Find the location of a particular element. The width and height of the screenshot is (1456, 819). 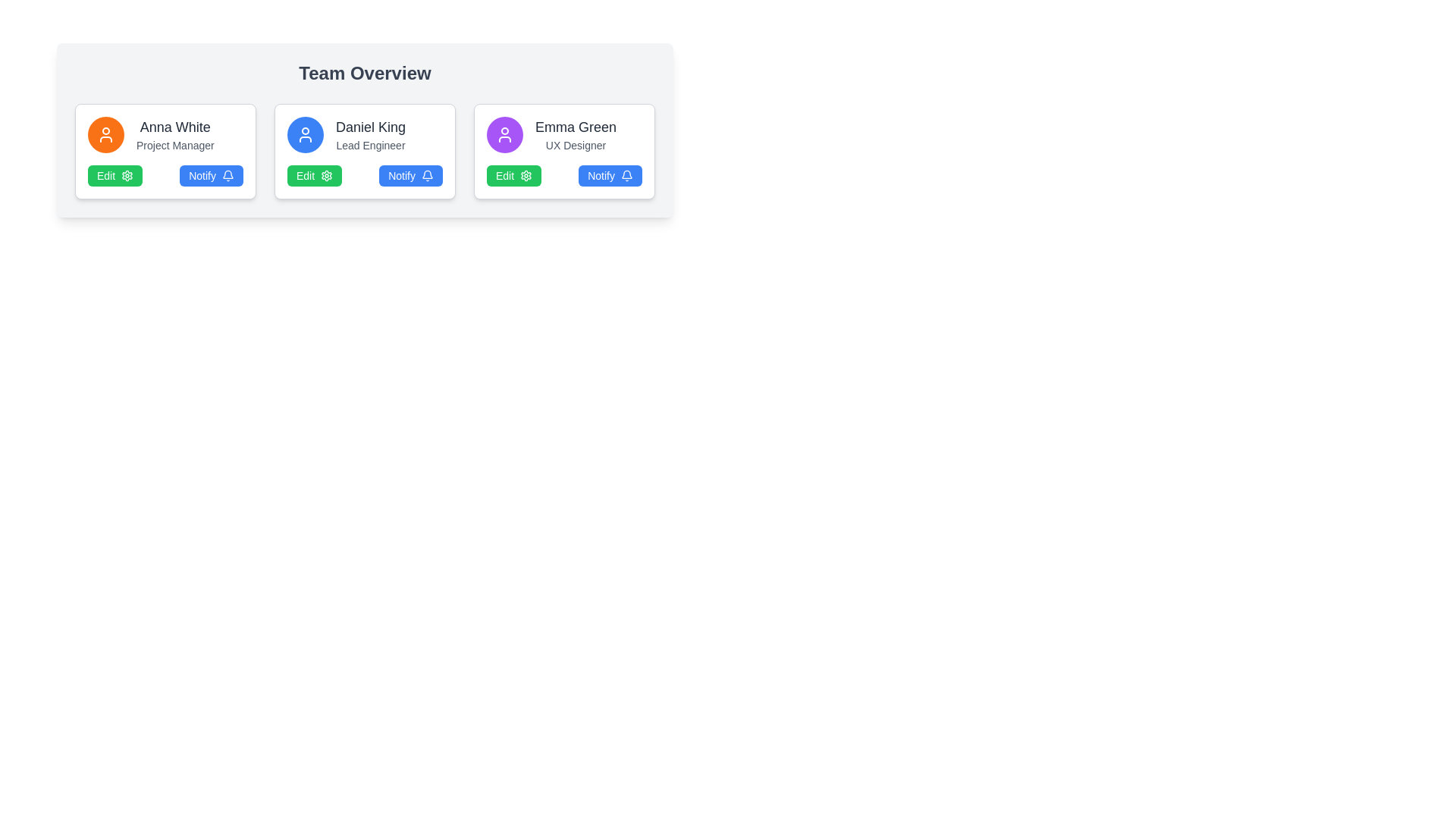

the green 'Edit' button with rounded corners and a settings icon, located in the card for 'Emma Green' in the 'Team Overview' section is located at coordinates (514, 174).